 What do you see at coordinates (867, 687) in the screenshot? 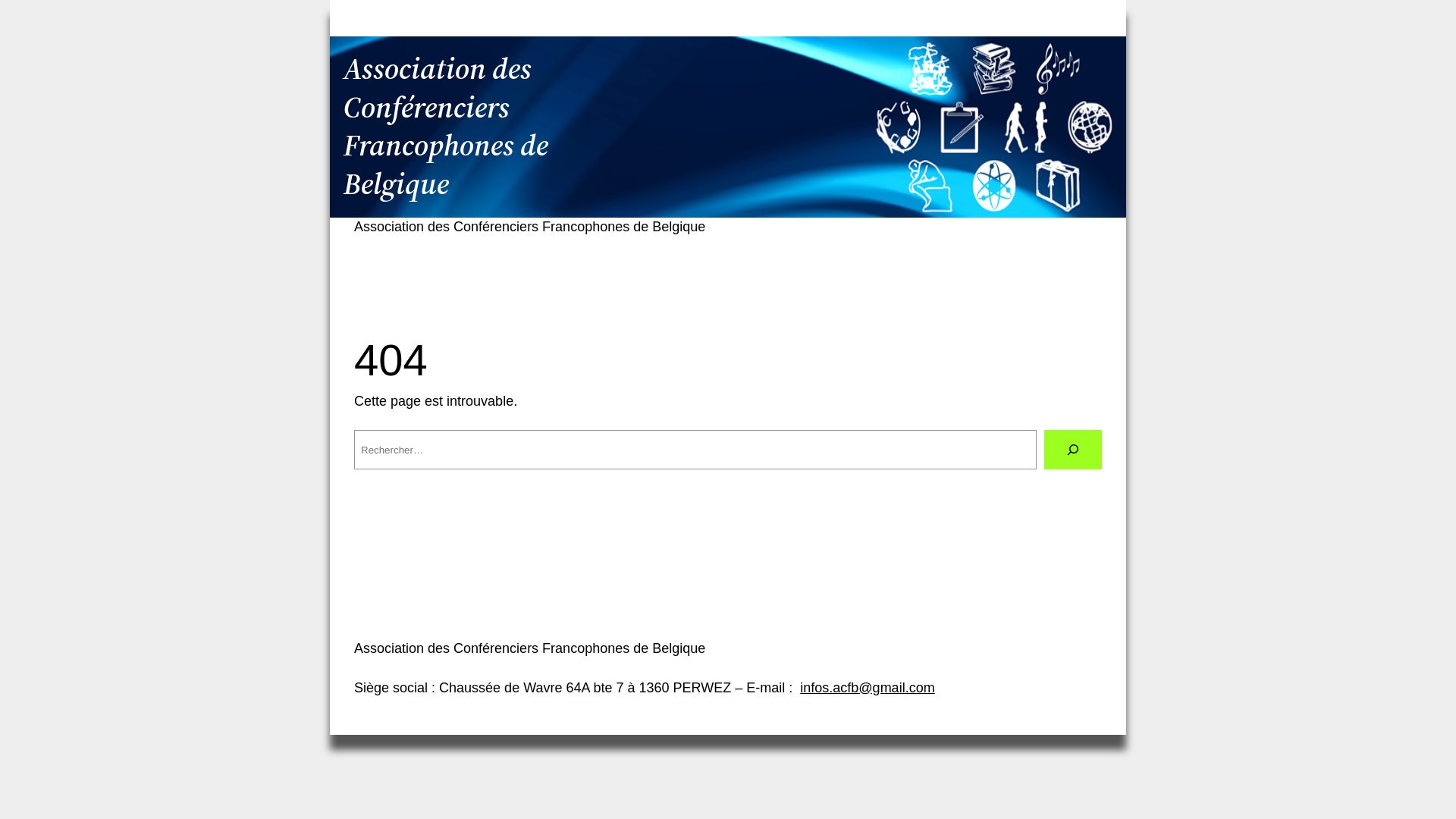
I see `'infos.acfb@gmail.com'` at bounding box center [867, 687].